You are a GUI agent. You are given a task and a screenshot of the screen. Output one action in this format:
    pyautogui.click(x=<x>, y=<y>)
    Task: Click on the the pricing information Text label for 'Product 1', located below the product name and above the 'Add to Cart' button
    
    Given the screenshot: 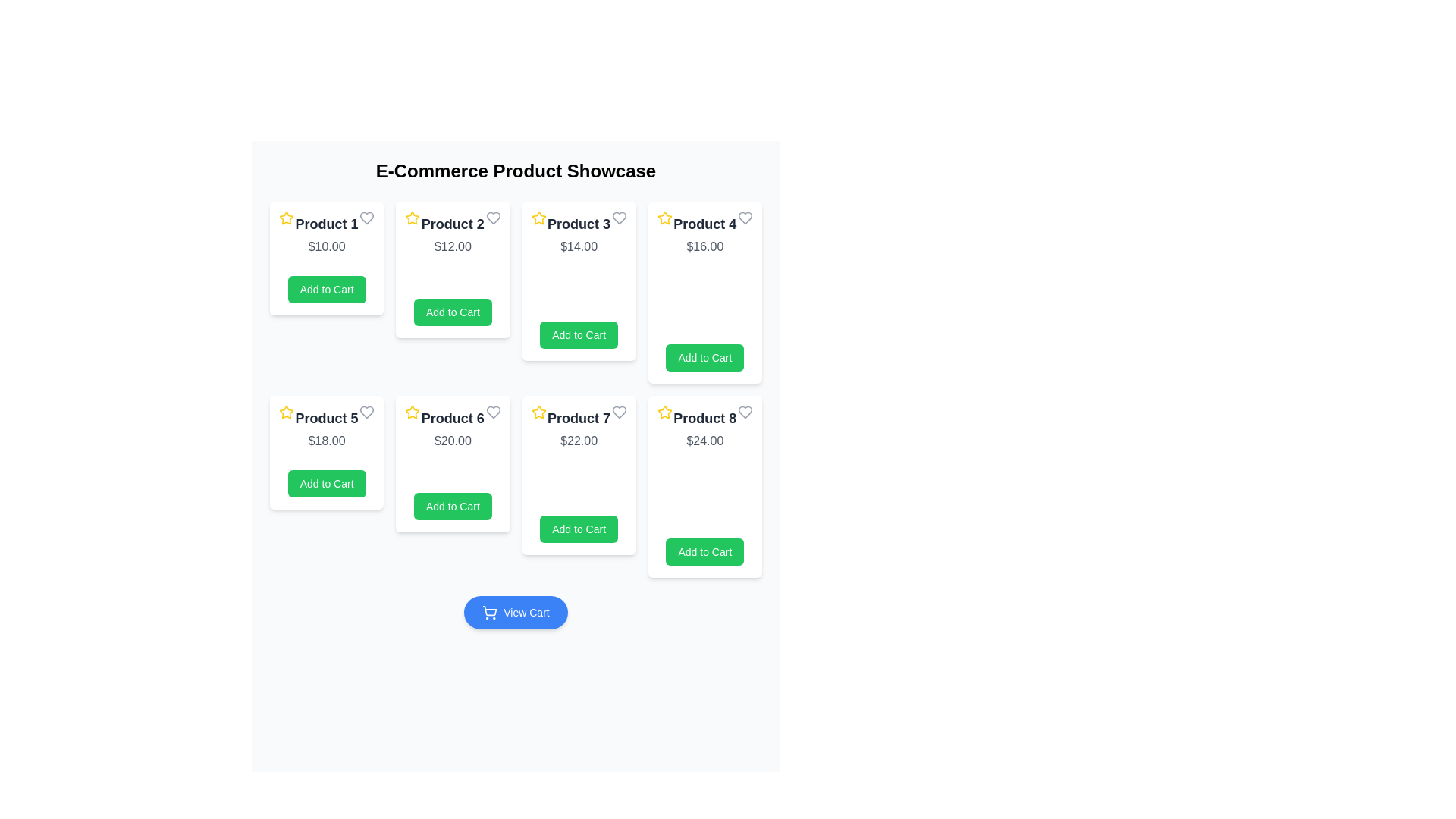 What is the action you would take?
    pyautogui.click(x=326, y=246)
    